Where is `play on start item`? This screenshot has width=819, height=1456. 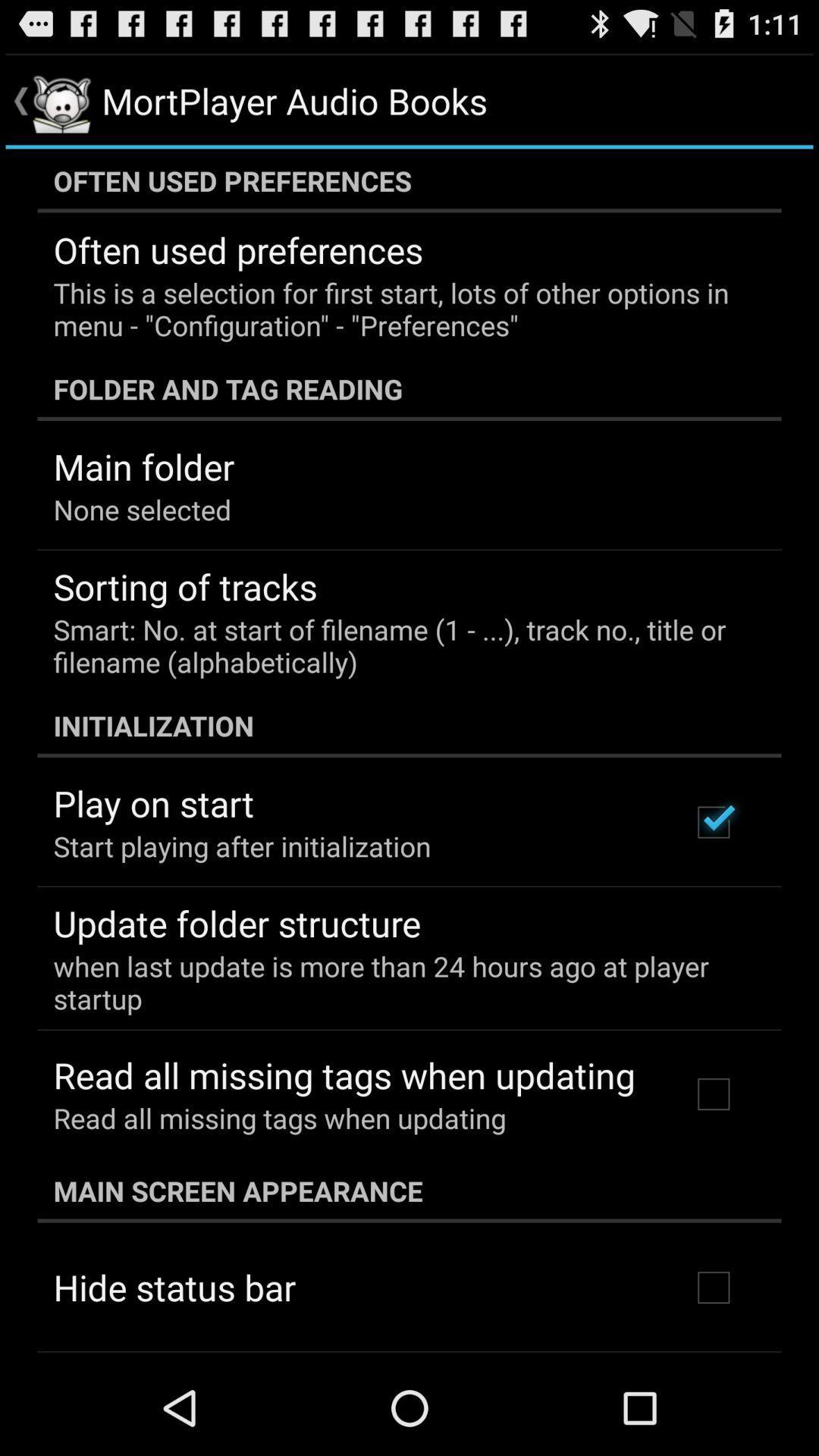
play on start item is located at coordinates (153, 802).